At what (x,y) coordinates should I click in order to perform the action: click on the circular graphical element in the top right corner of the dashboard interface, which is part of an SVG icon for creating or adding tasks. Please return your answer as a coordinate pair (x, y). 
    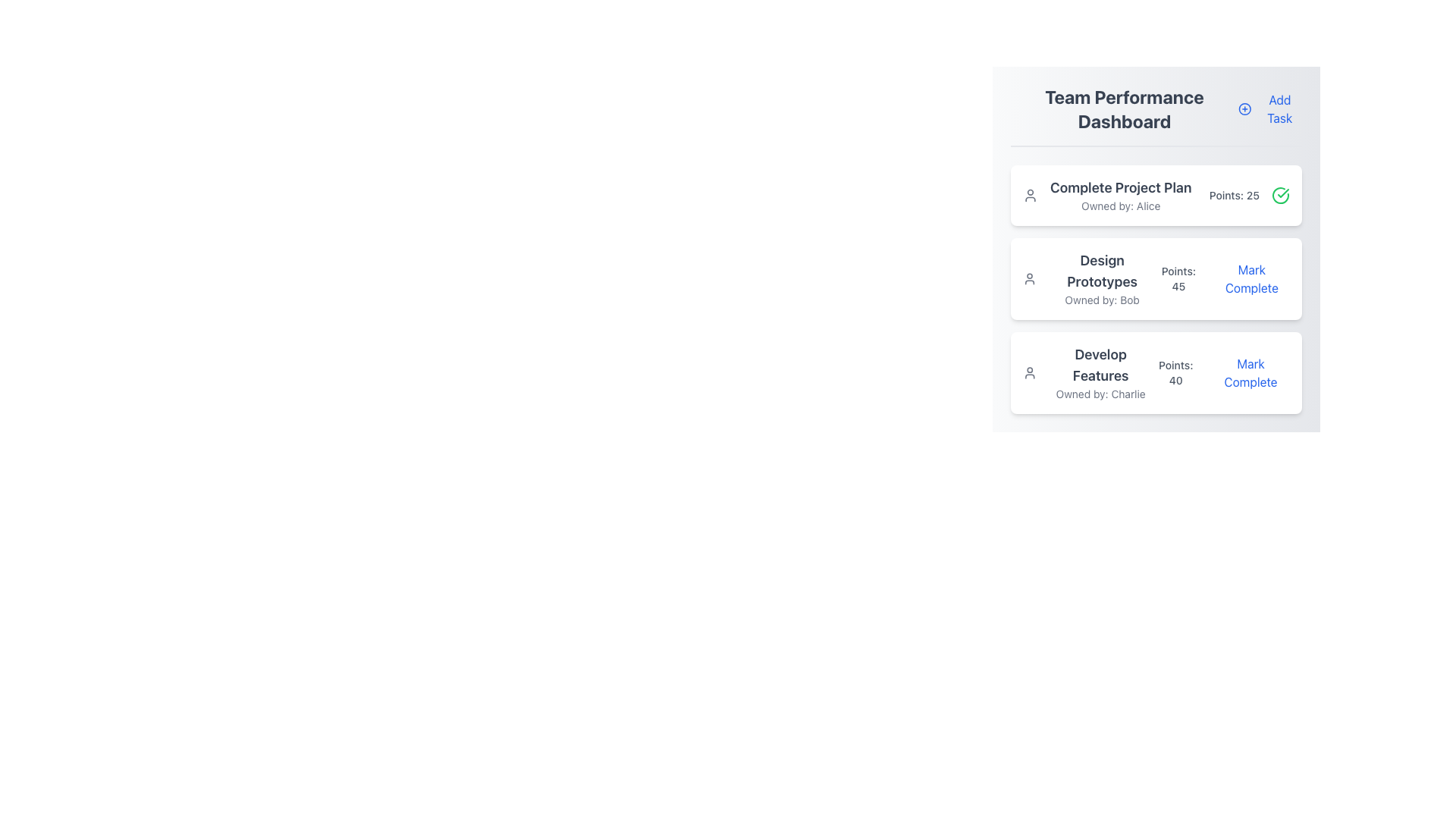
    Looking at the image, I should click on (1244, 108).